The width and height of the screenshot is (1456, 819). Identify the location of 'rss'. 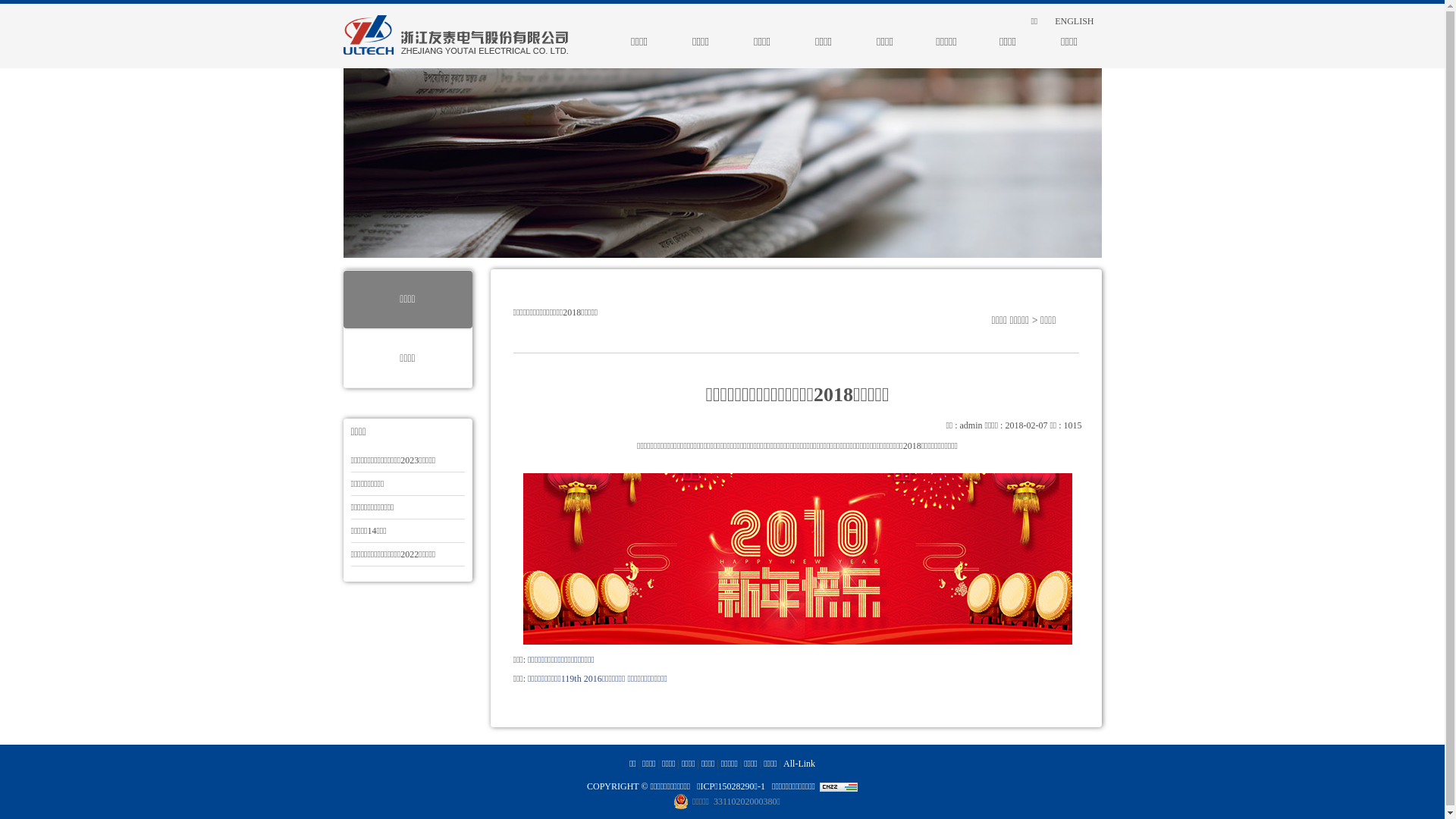
(1008, 20).